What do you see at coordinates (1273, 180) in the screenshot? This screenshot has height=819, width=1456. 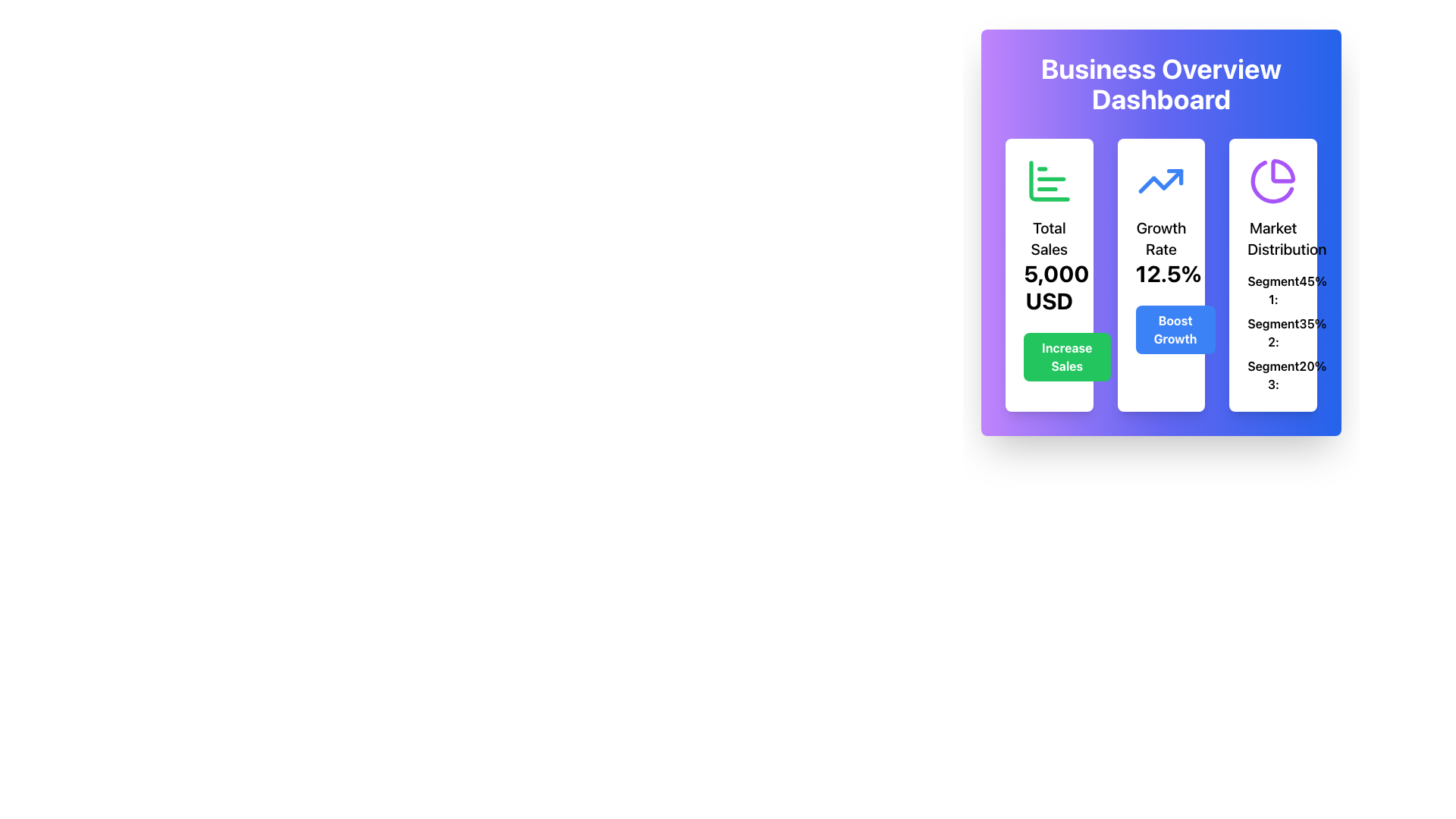 I see `the pie chart icon styled in purple, located in the top center of the 'Market Distribution' section, positioned above the text and segments` at bounding box center [1273, 180].